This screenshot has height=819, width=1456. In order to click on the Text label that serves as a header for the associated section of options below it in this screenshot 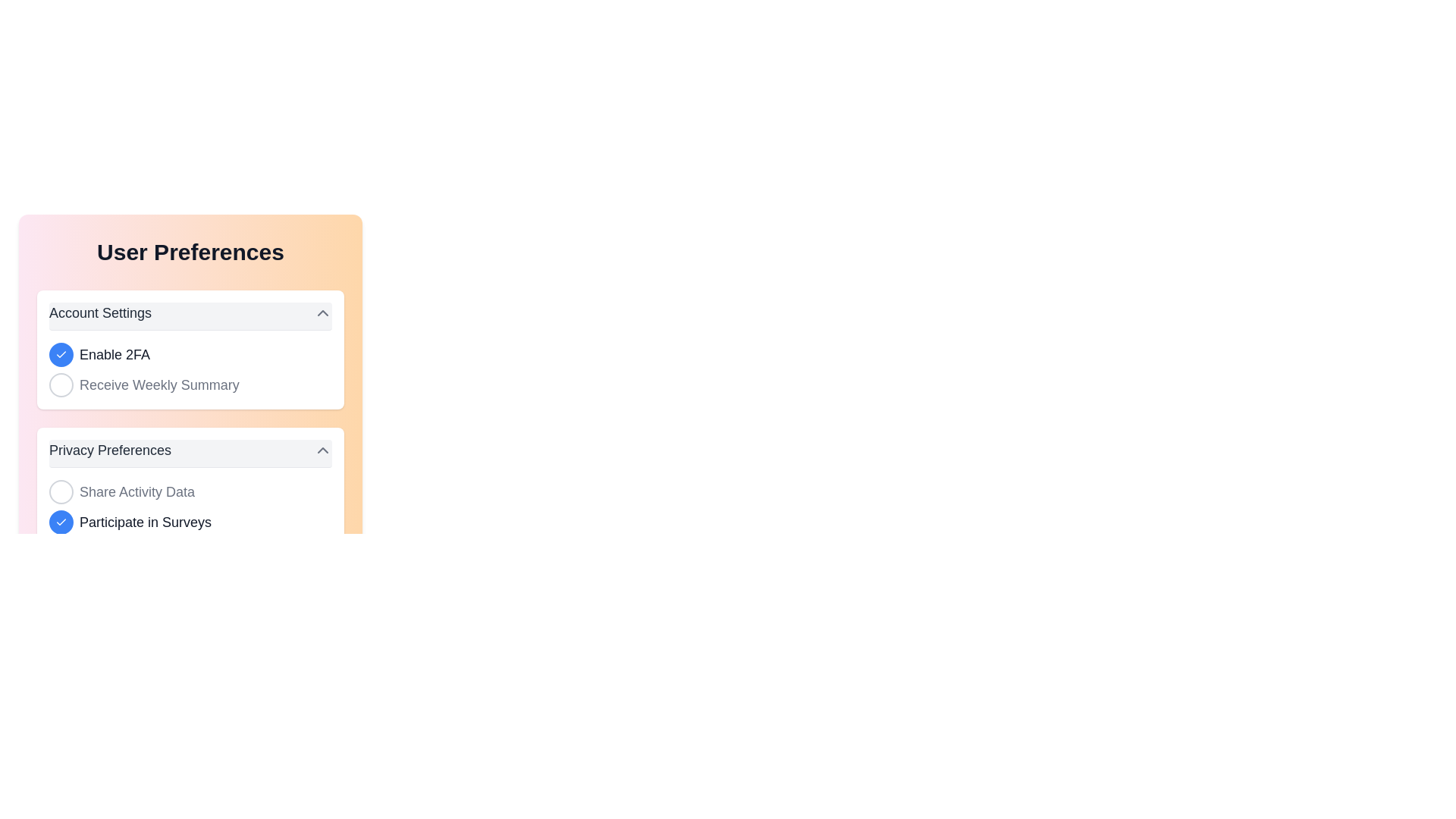, I will do `click(109, 450)`.